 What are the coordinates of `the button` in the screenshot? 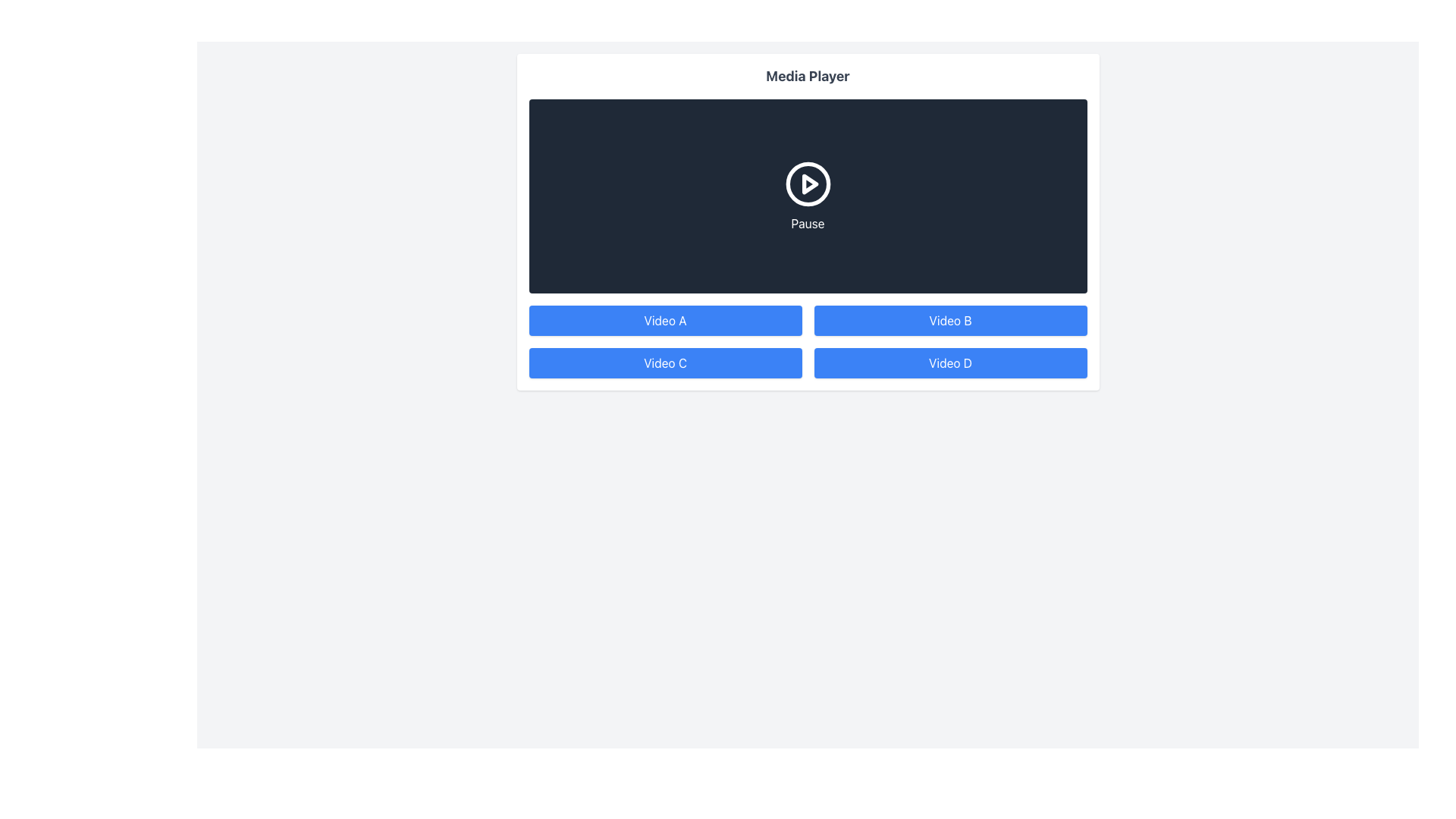 It's located at (665, 362).